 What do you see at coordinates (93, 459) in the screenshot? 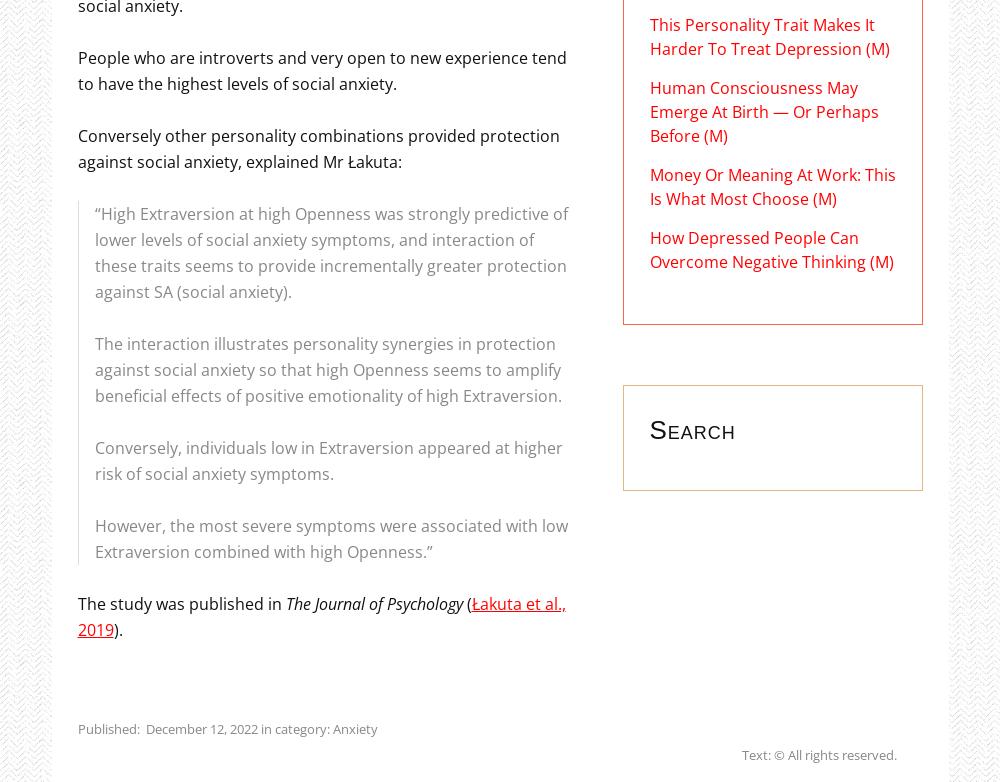
I see `'Conversely, individuals low in Extraversion appeared at higher risk of social anxiety symptoms.'` at bounding box center [93, 459].